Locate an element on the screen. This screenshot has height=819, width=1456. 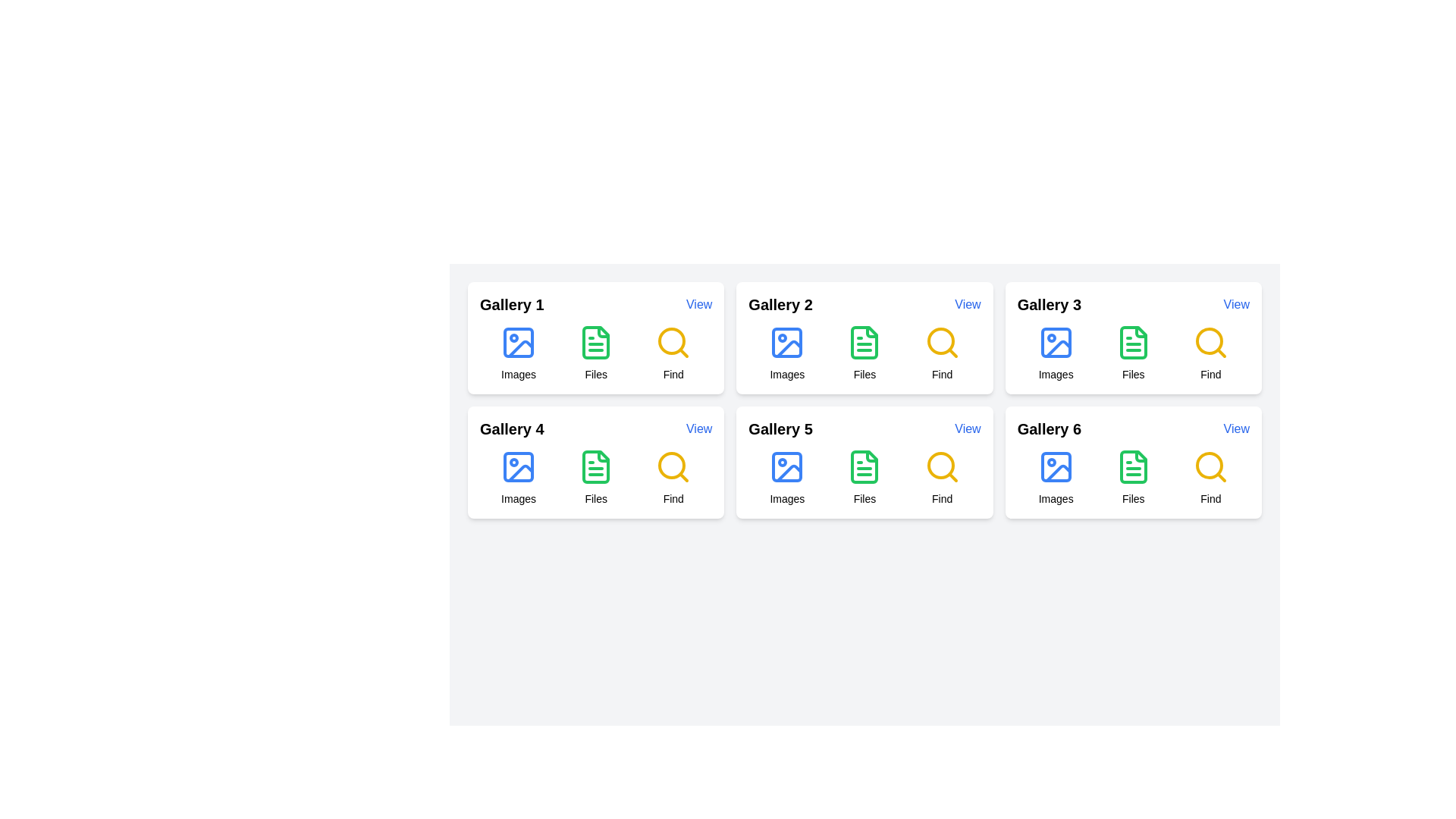
the 'Gallery 5' title located in the bottom-left card of a 2x3 grid layout, which is displayed in bold black font is located at coordinates (864, 429).